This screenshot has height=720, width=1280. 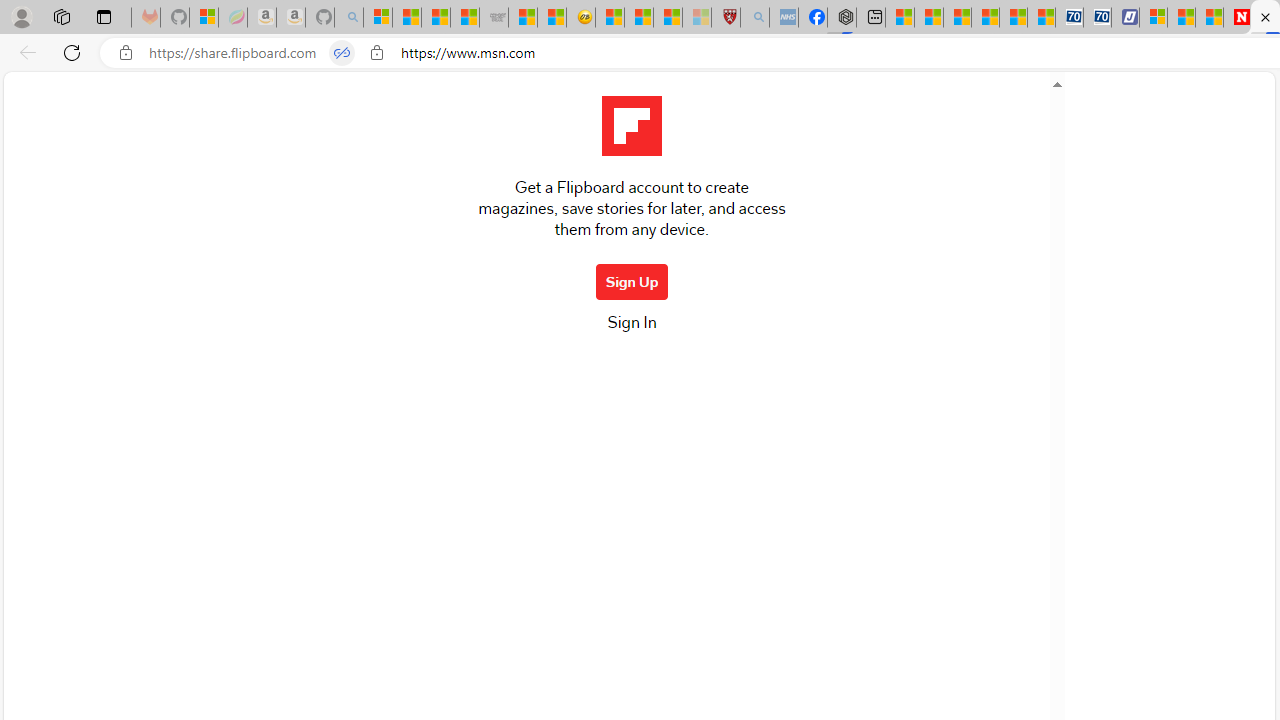 I want to click on 'Newsweek - News, Analysis, Politics, Business, Technology', so click(x=1236, y=17).